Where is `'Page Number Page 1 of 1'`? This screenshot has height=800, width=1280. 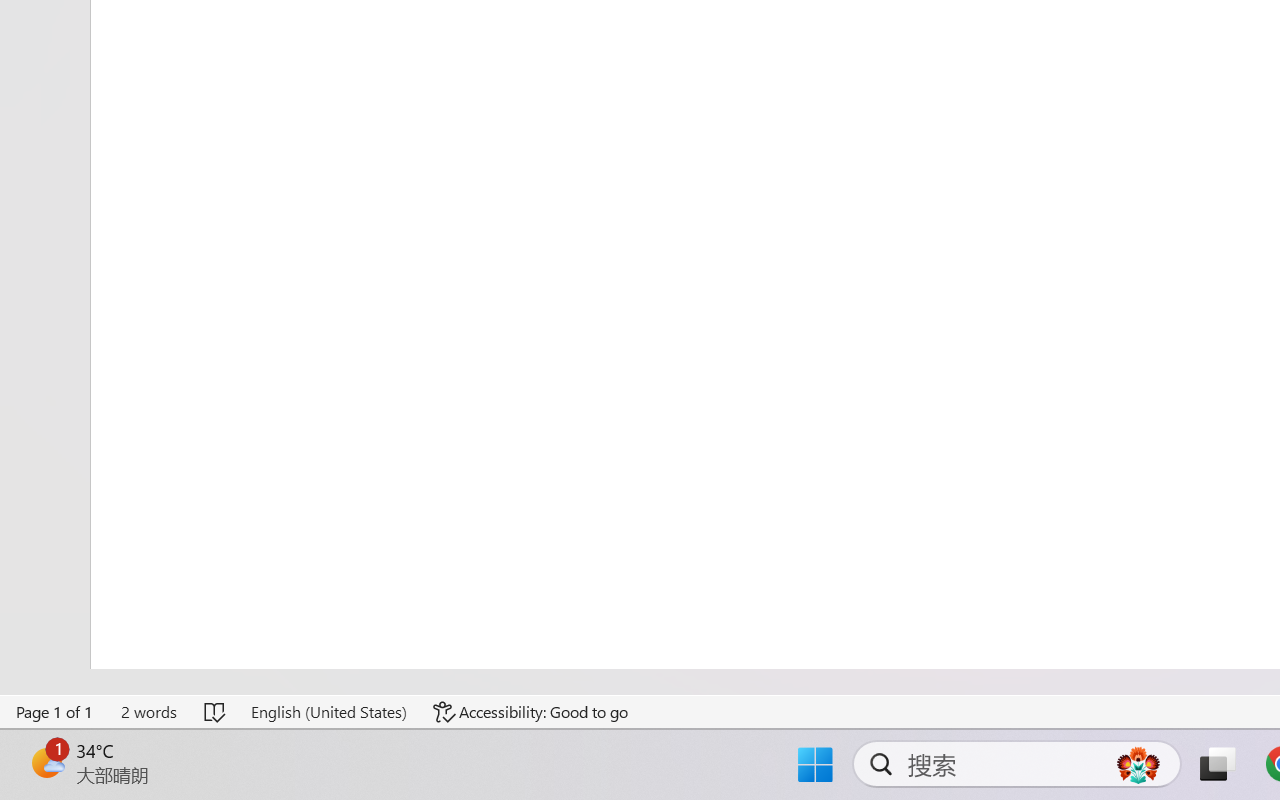
'Page Number Page 1 of 1' is located at coordinates (55, 711).